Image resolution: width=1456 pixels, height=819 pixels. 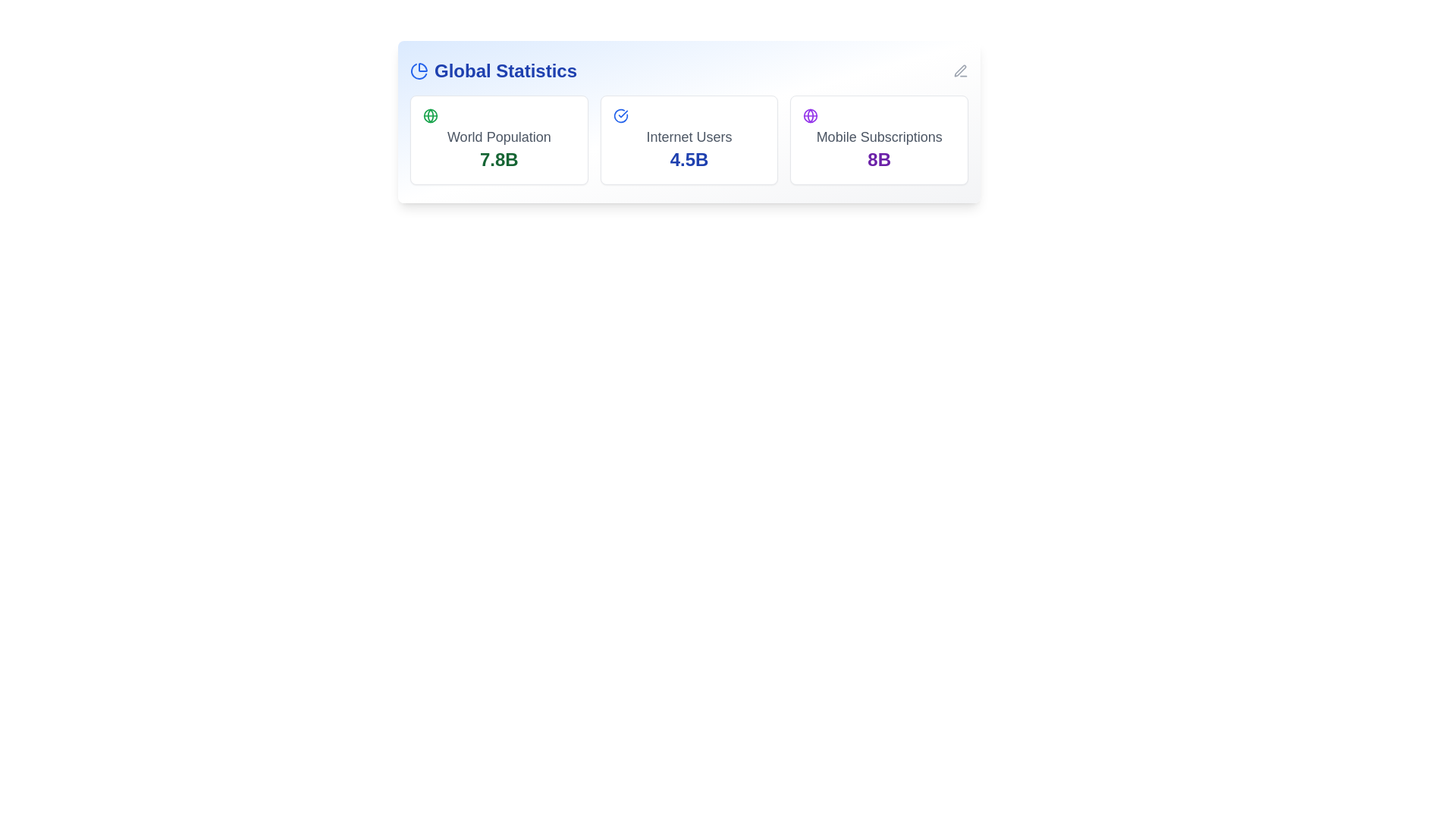 I want to click on the static text label that indicates the type of information displayed on the statistical data card, which is located above the bolded number '4.5B' and to the right of the check-in-circle icon, so click(x=688, y=137).